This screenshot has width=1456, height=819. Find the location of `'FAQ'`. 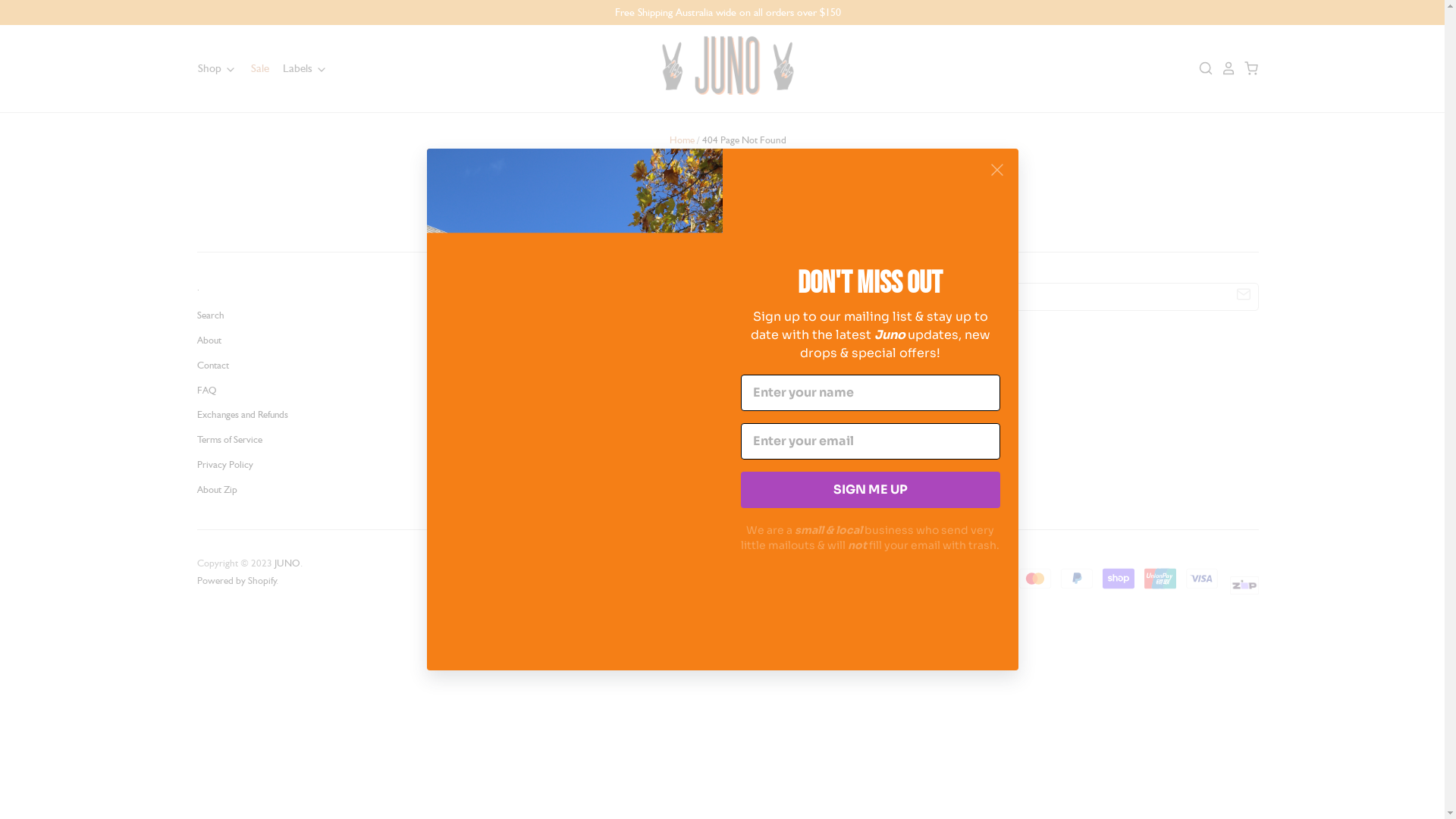

'FAQ' is located at coordinates (206, 389).